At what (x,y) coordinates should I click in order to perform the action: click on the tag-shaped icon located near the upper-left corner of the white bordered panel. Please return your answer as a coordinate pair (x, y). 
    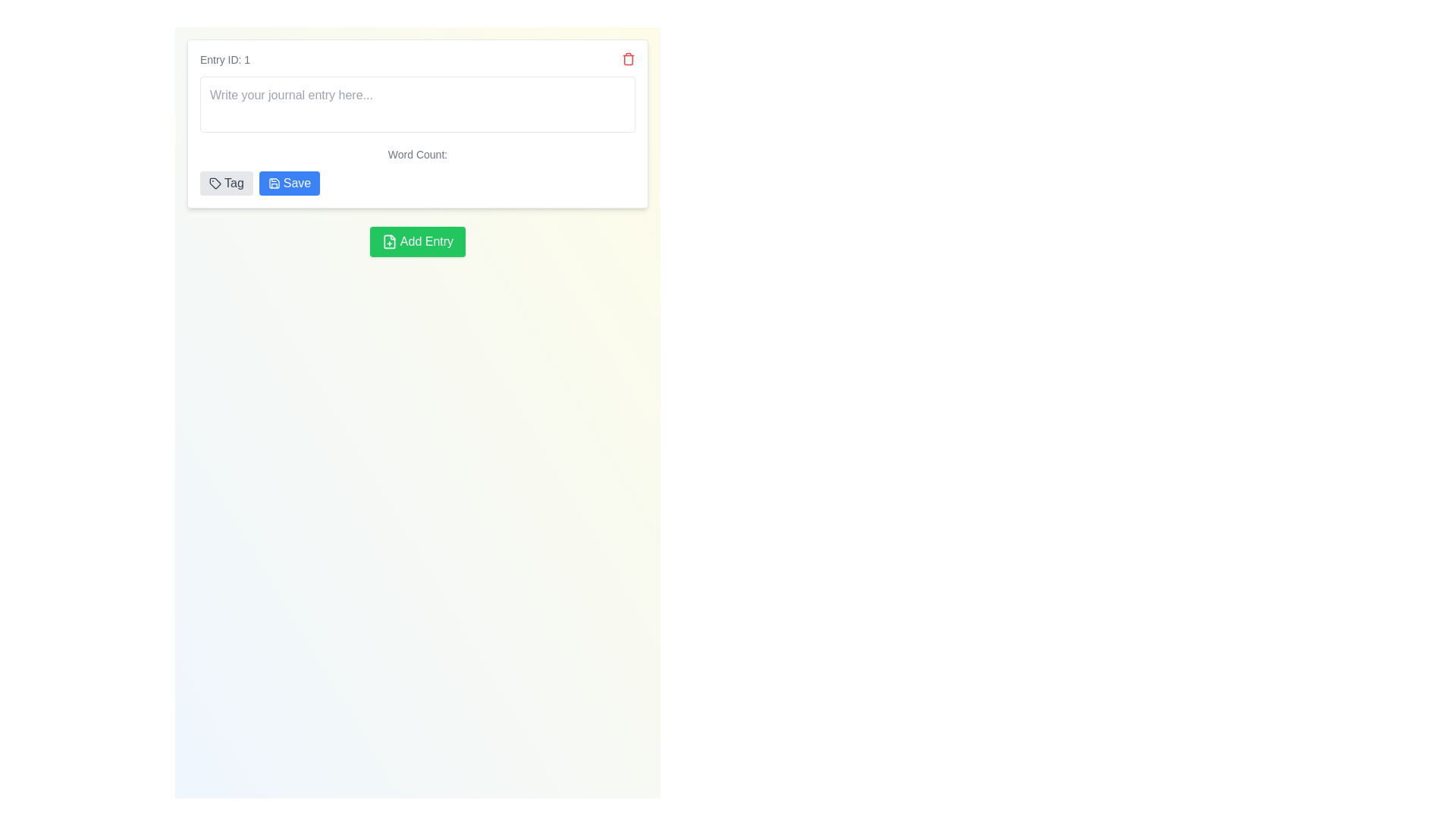
    Looking at the image, I should click on (214, 183).